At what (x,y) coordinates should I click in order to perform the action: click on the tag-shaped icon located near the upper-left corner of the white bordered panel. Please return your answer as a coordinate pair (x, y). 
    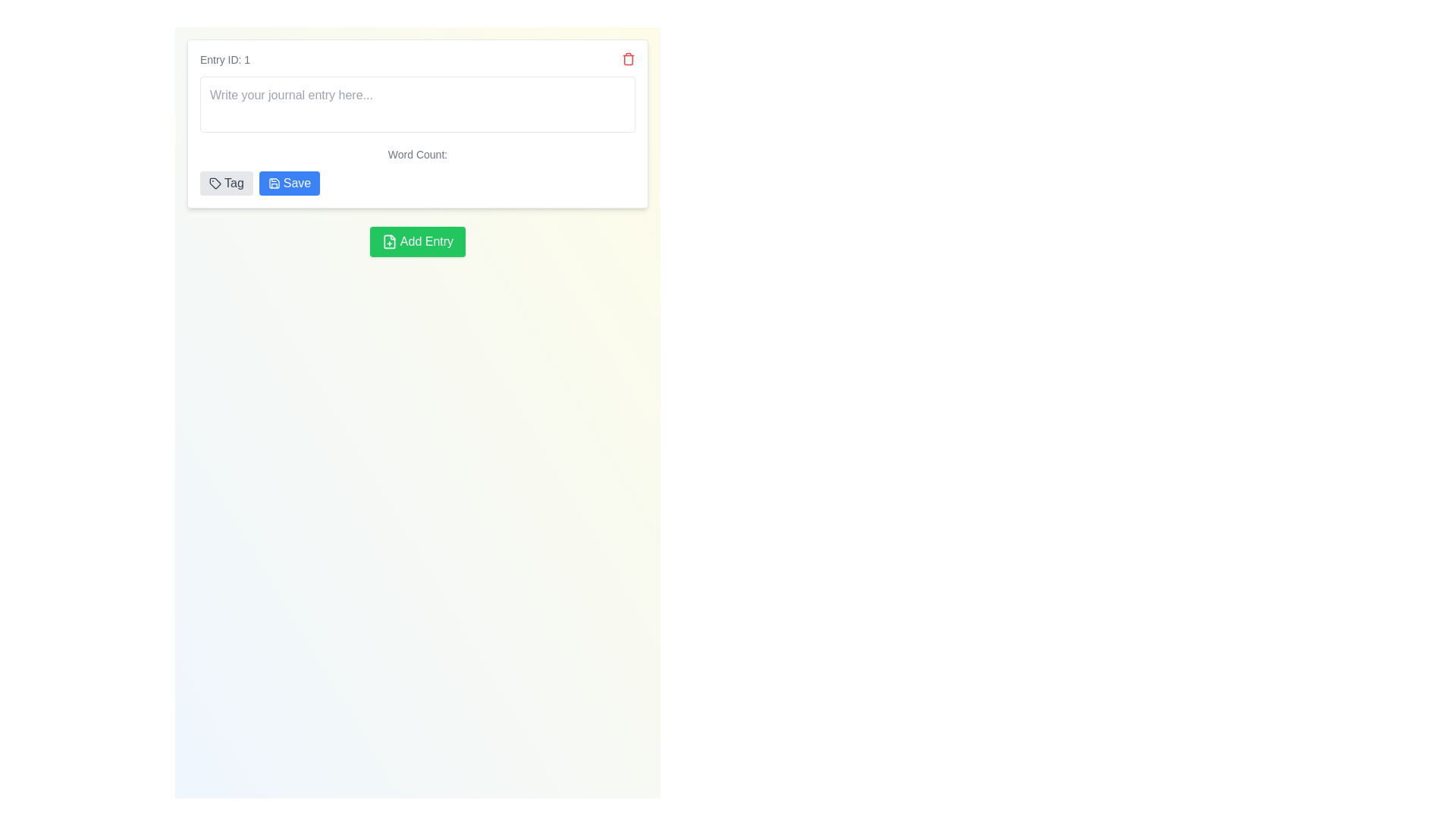
    Looking at the image, I should click on (214, 183).